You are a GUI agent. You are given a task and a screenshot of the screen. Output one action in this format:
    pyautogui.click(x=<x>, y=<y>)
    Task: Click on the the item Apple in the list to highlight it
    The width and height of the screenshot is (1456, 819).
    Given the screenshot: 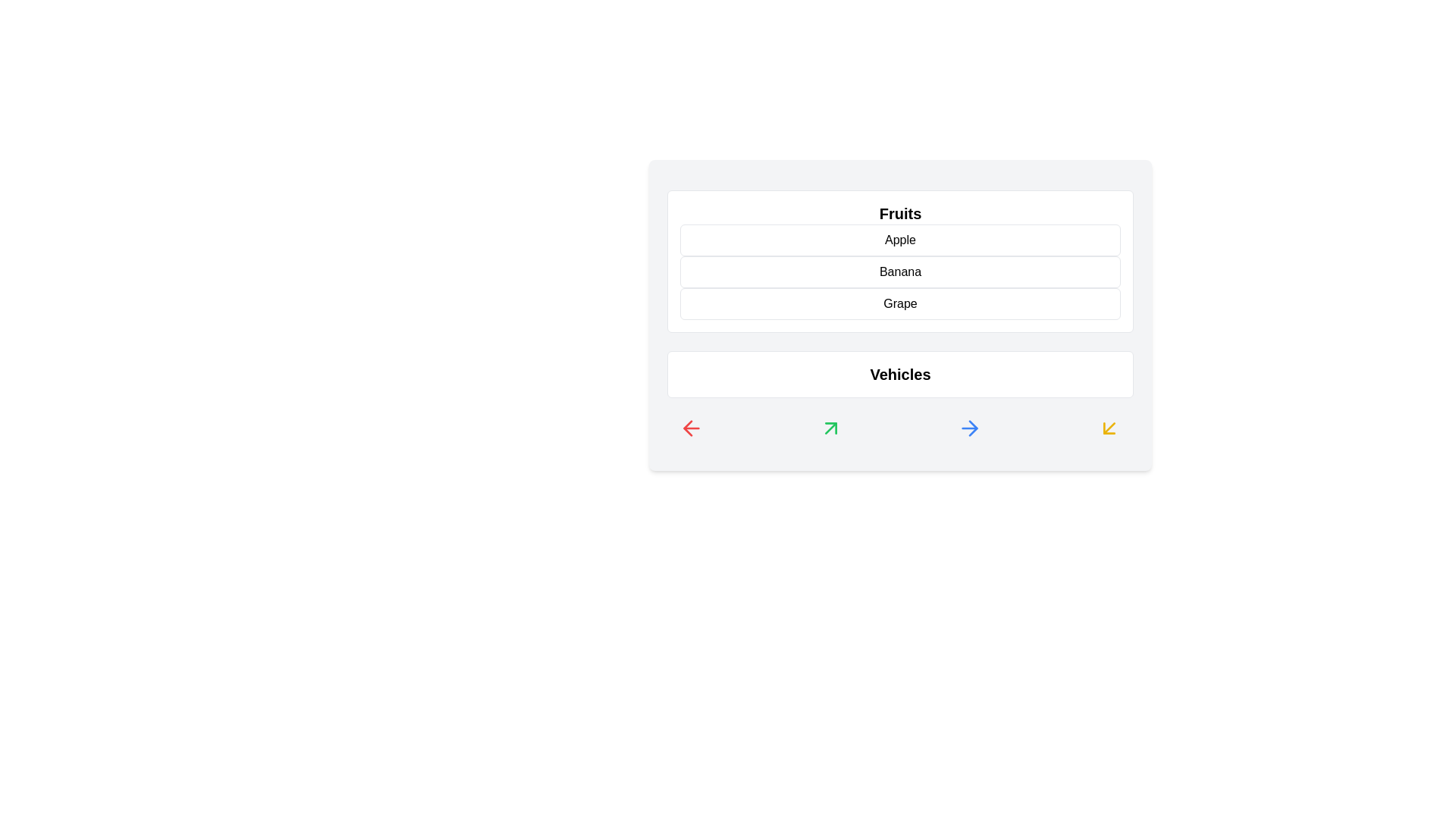 What is the action you would take?
    pyautogui.click(x=900, y=239)
    